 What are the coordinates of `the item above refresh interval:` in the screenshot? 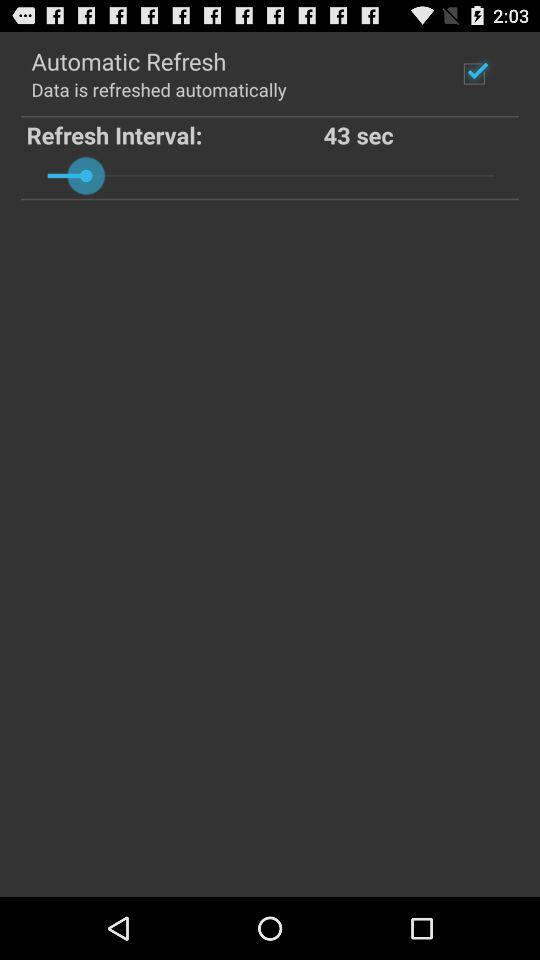 It's located at (157, 89).